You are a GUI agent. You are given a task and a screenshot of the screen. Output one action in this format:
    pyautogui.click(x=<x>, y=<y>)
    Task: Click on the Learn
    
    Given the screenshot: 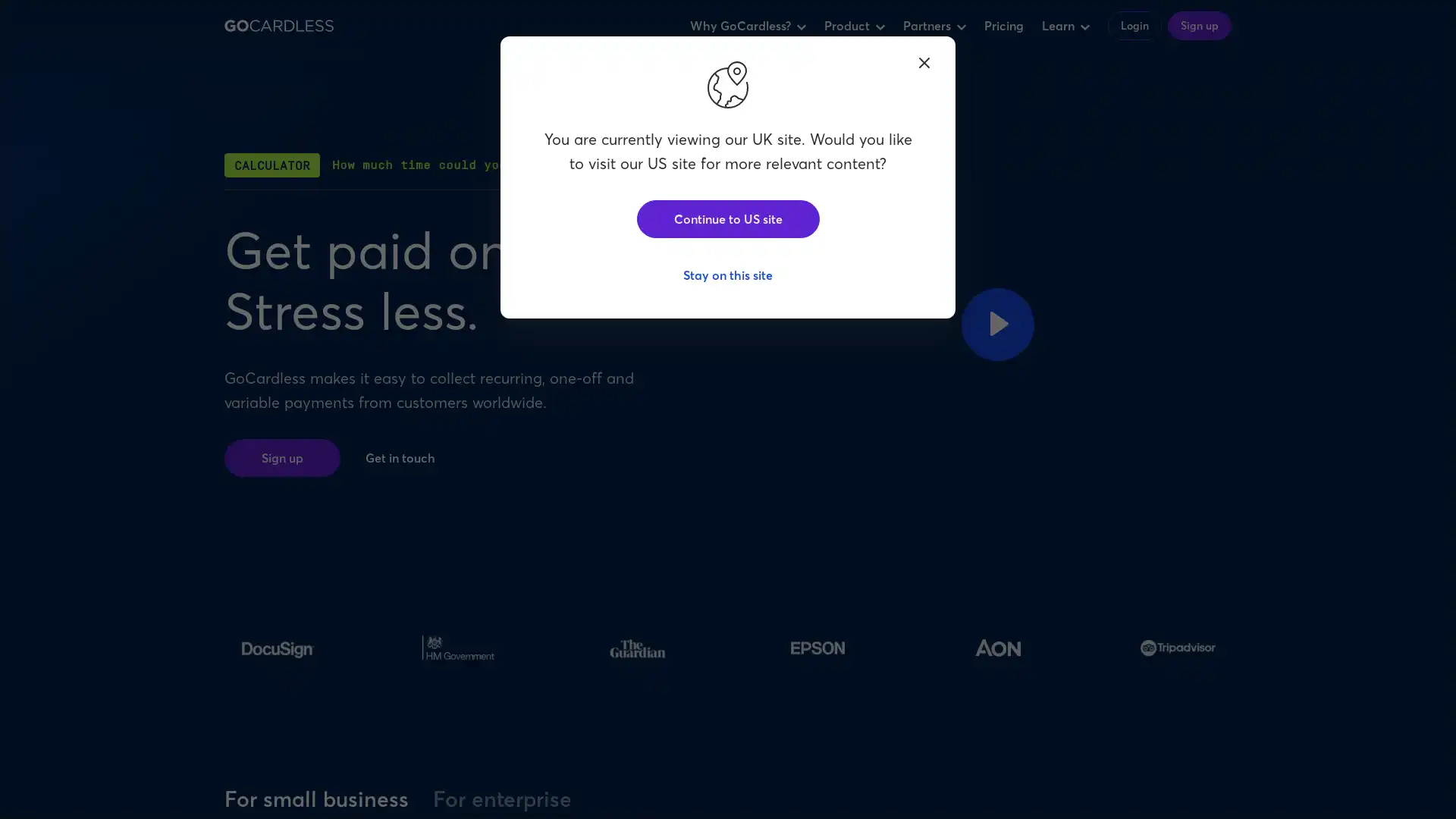 What is the action you would take?
    pyautogui.click(x=1065, y=26)
    